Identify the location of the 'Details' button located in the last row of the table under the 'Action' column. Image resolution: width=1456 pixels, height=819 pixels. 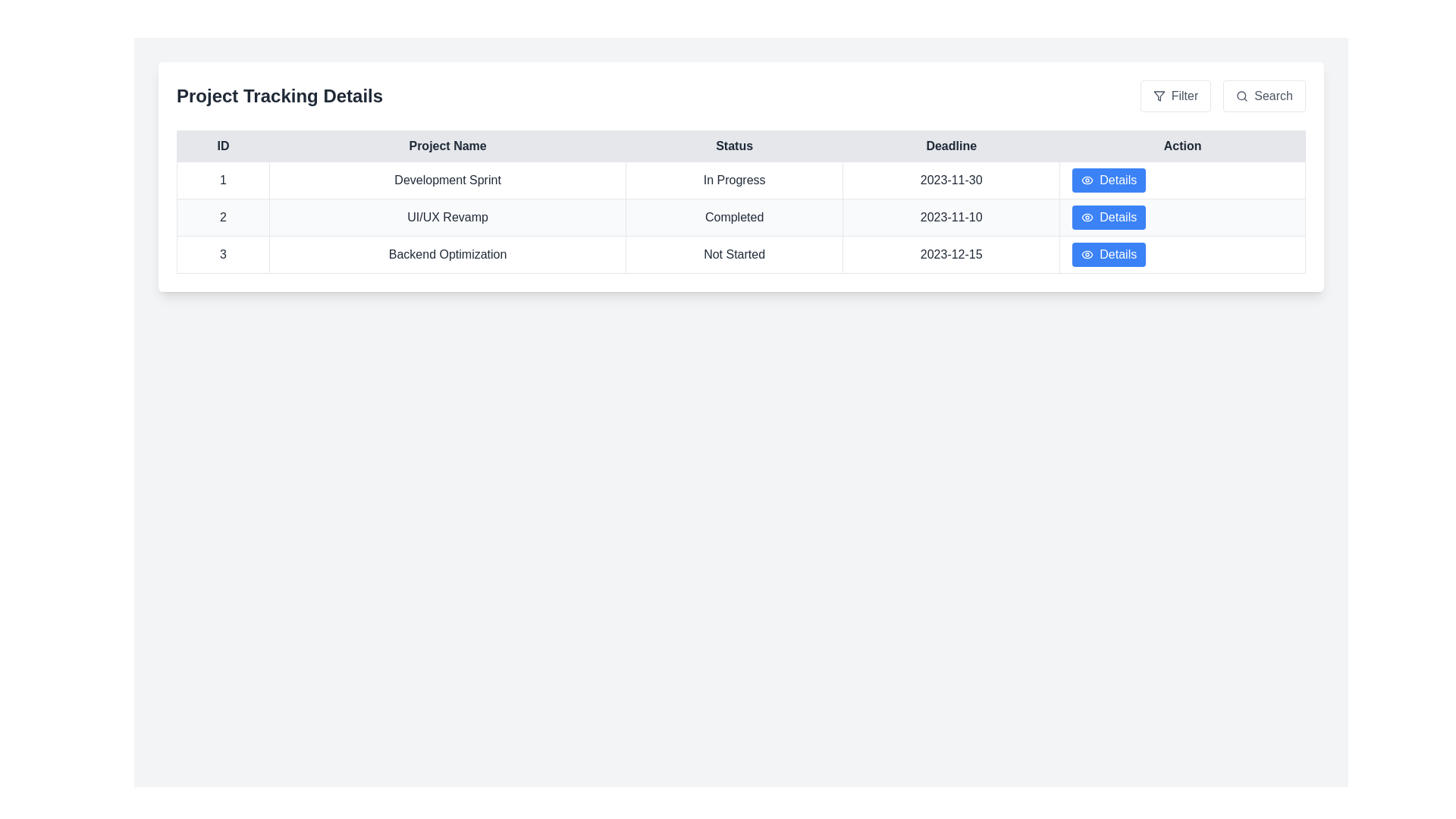
(1181, 253).